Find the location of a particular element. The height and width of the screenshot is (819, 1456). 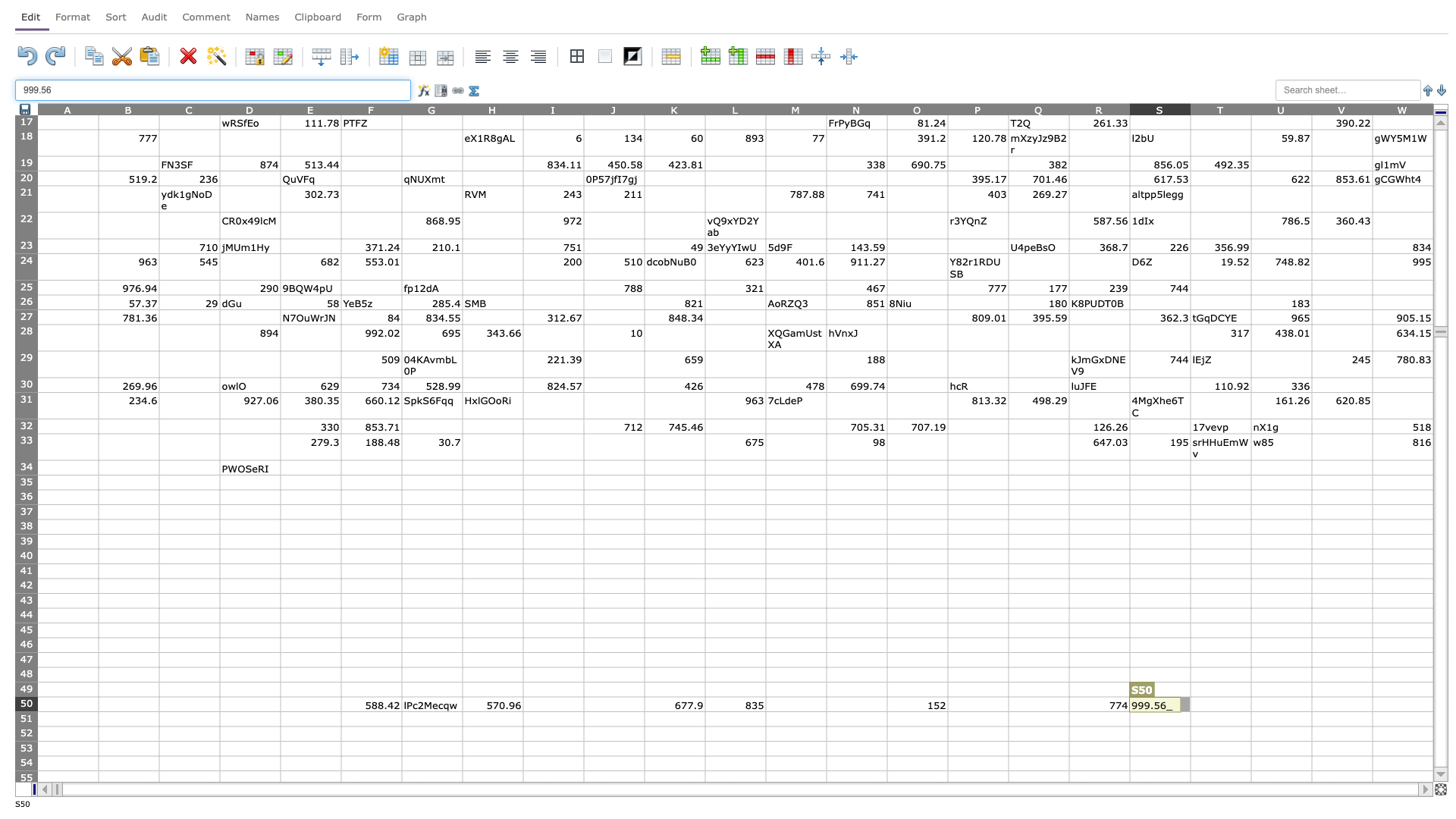

Upper left corner of cell U50 is located at coordinates (1251, 696).